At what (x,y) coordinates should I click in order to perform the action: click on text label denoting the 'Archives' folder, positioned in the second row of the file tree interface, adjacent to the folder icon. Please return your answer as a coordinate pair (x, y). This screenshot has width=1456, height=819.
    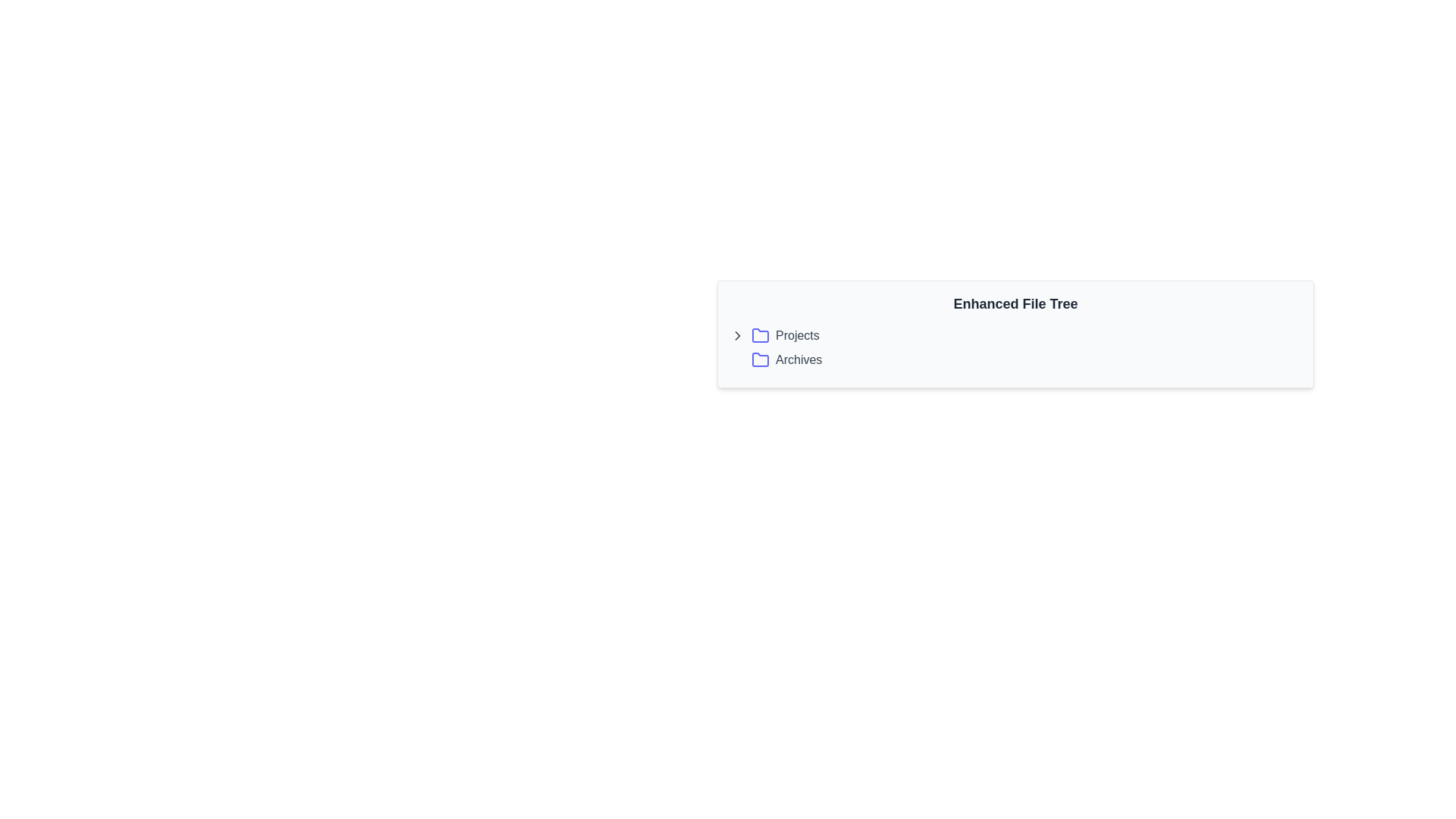
    Looking at the image, I should click on (798, 359).